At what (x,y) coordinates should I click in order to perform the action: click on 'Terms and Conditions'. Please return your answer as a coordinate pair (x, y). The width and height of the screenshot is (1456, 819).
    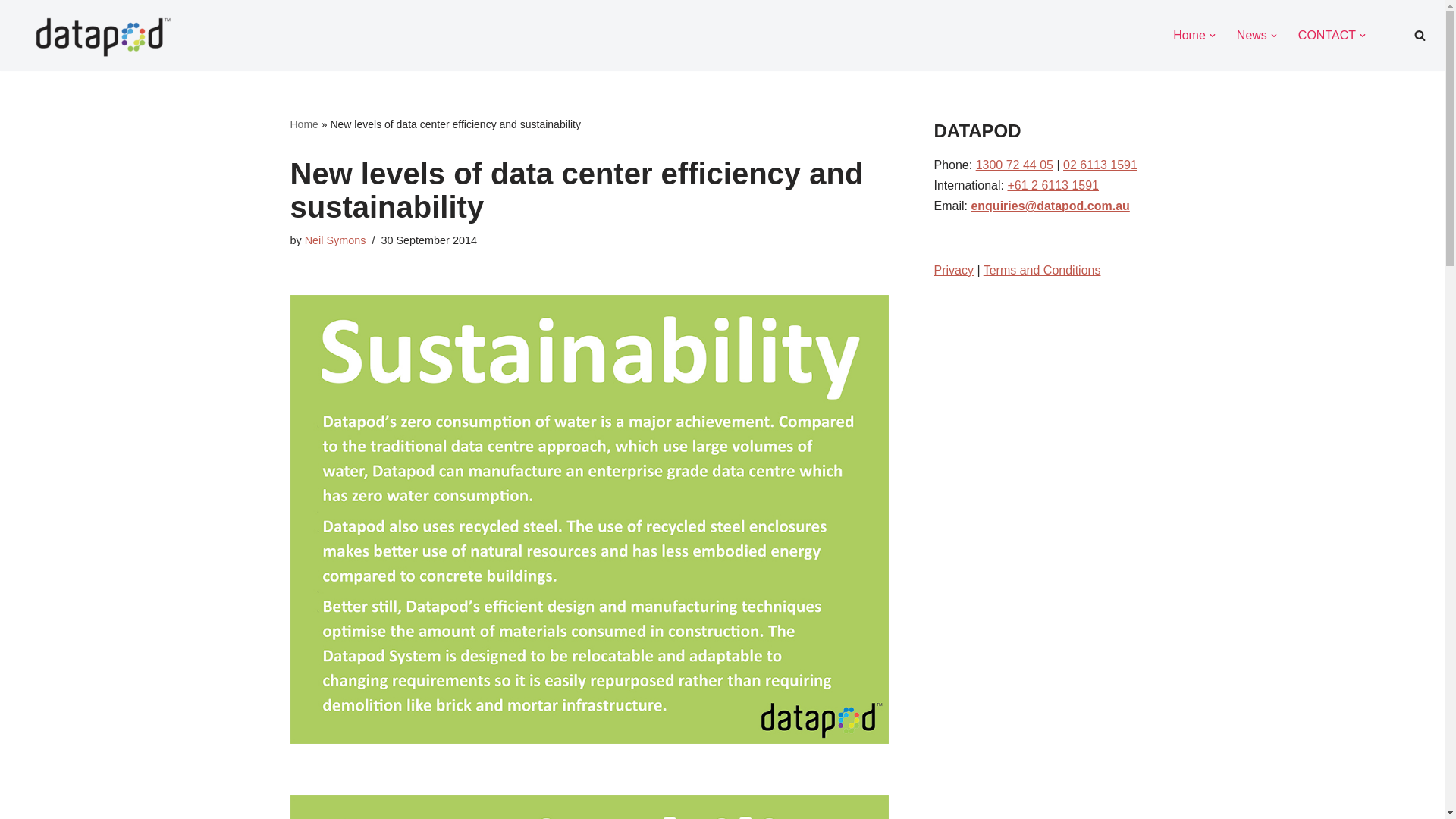
    Looking at the image, I should click on (1041, 269).